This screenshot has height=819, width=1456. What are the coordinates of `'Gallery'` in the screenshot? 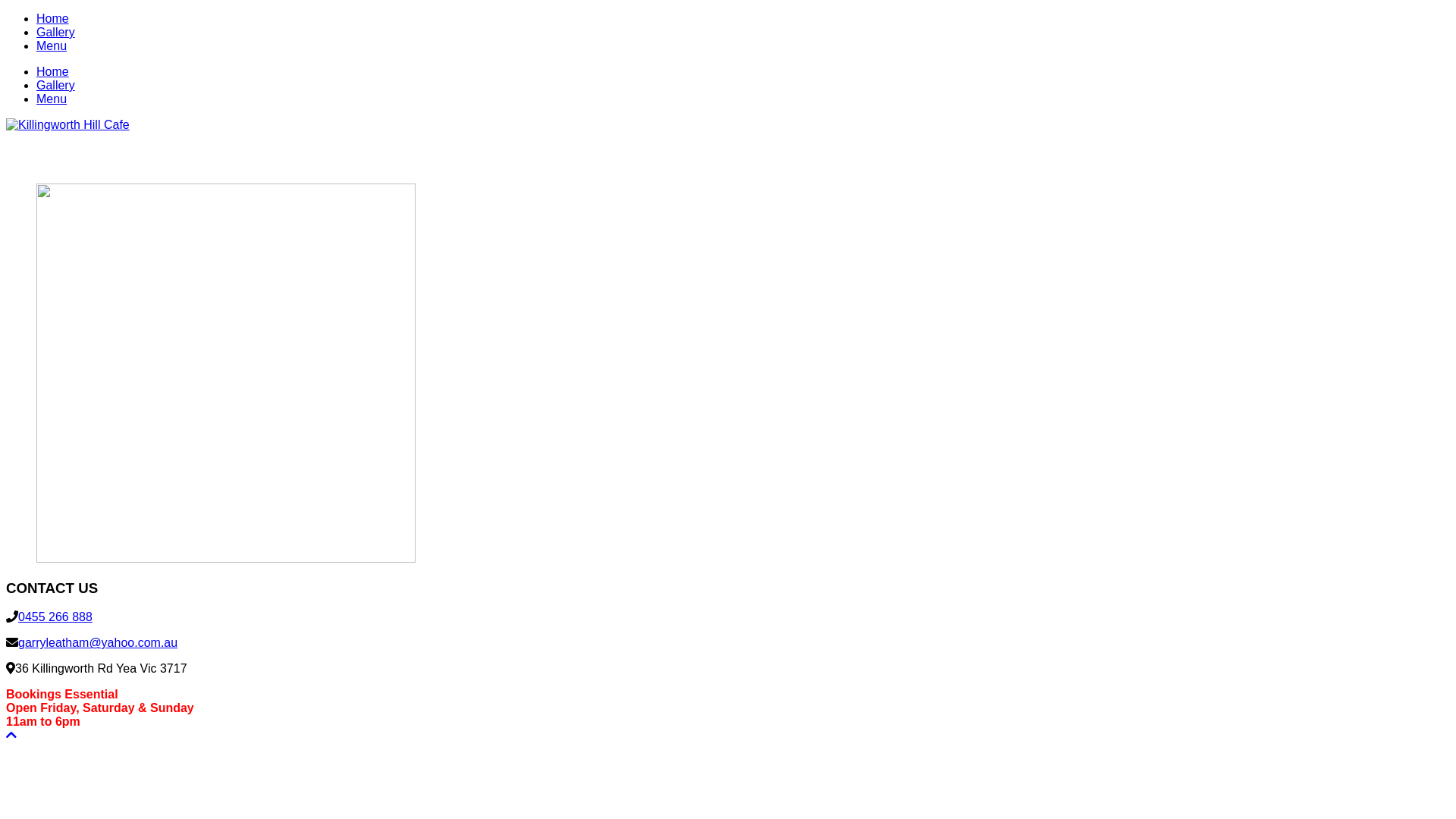 It's located at (55, 32).